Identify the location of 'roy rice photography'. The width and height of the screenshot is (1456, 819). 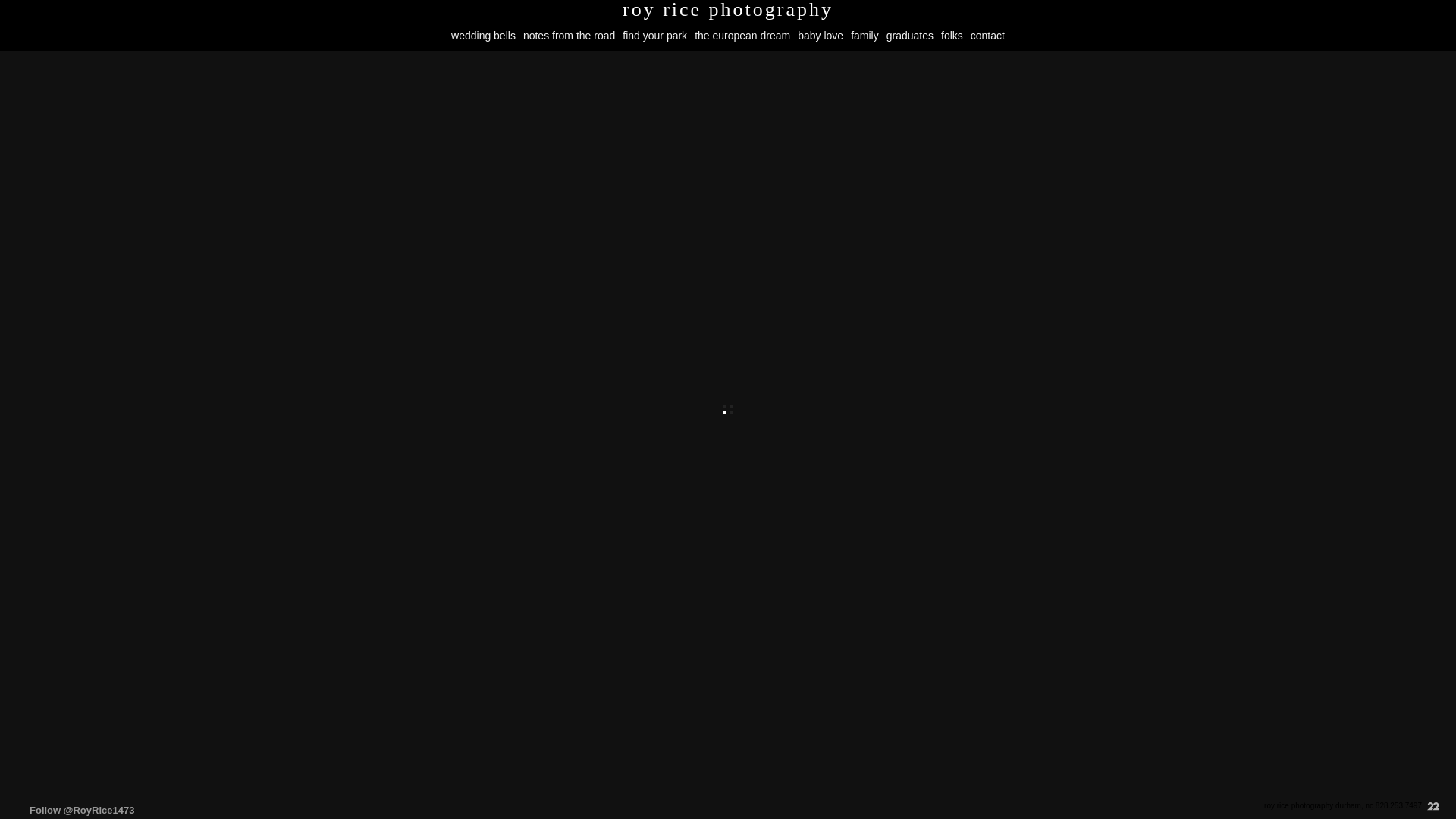
(728, 9).